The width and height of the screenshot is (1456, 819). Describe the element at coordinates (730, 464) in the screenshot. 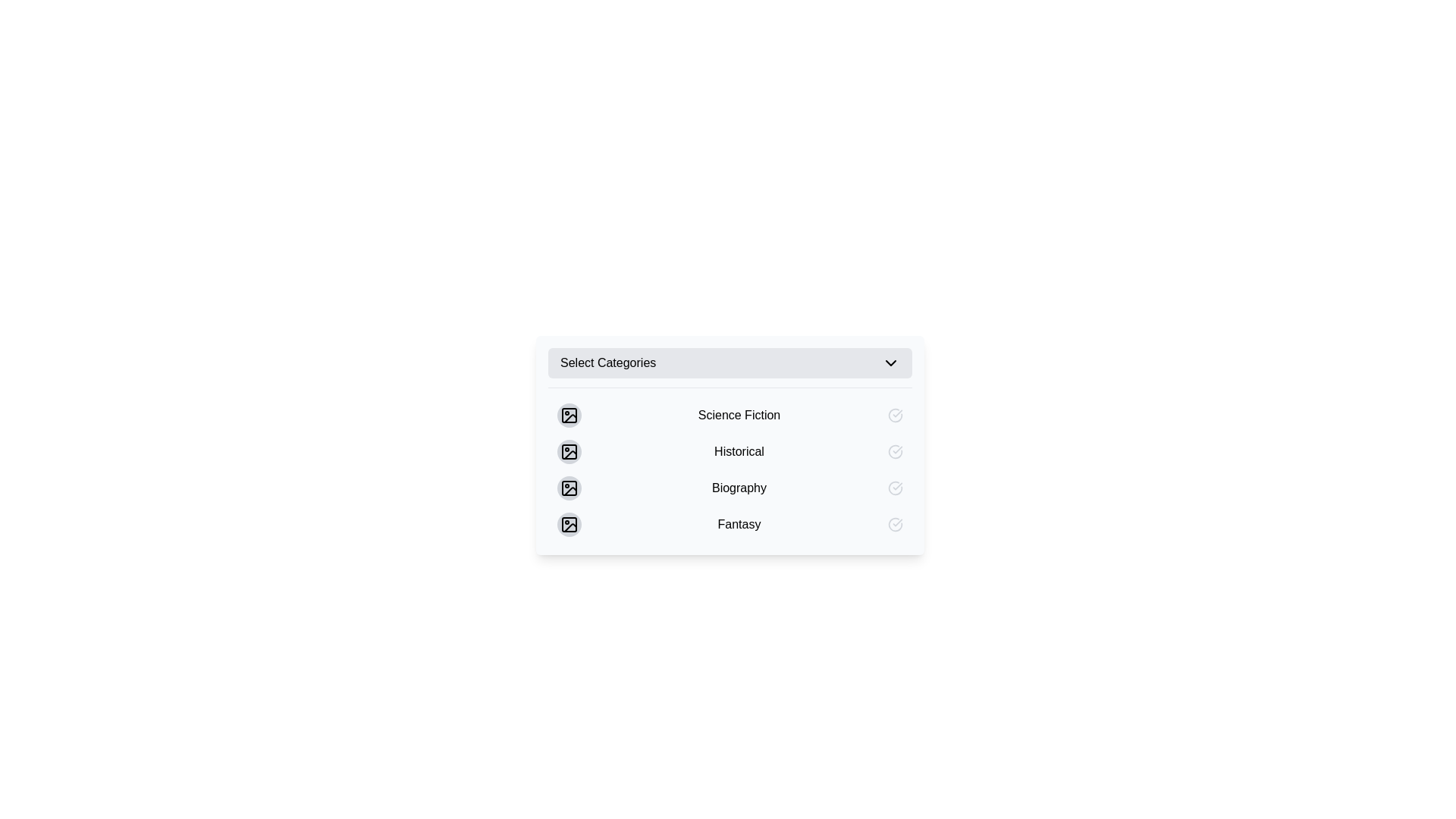

I see `the row in the category list` at that location.